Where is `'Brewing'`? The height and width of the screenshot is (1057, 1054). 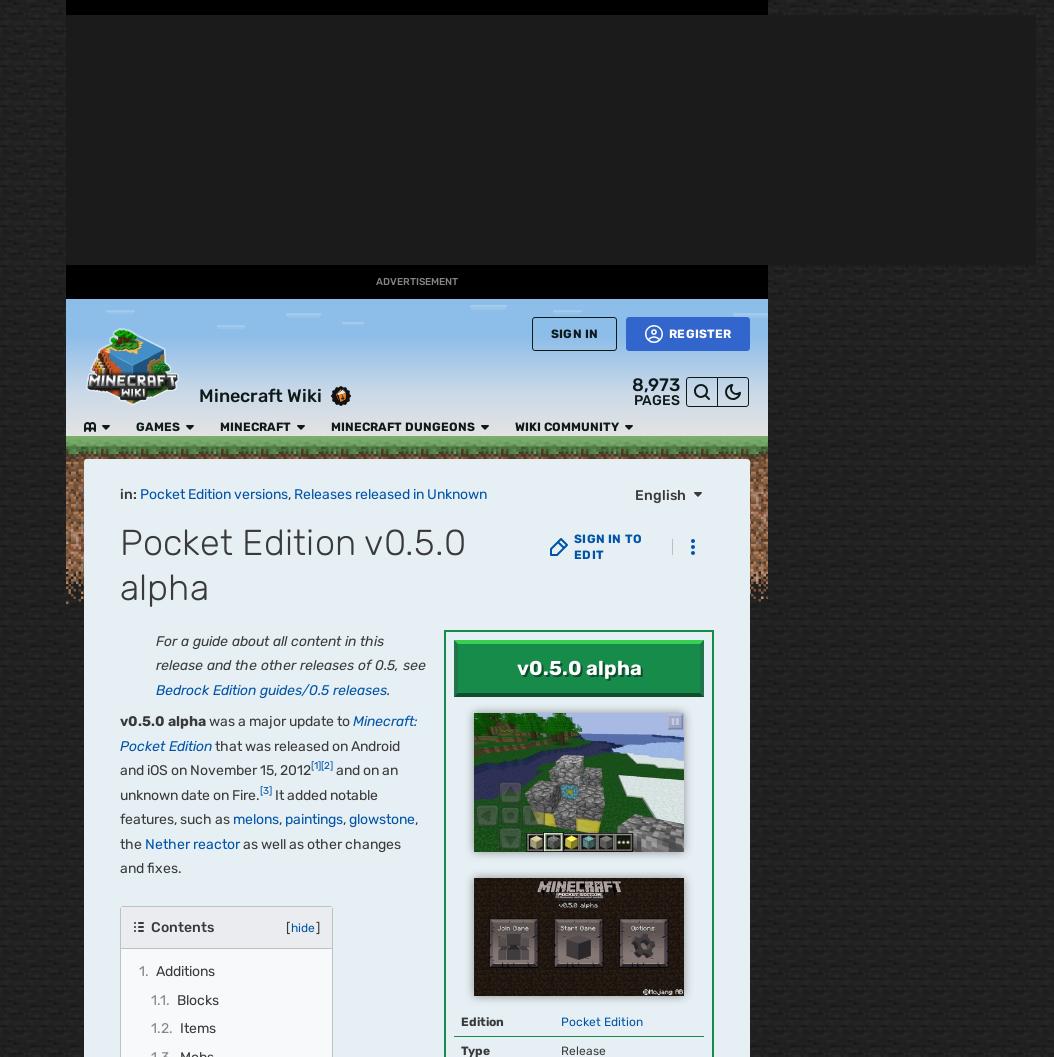
'Brewing' is located at coordinates (519, 619).